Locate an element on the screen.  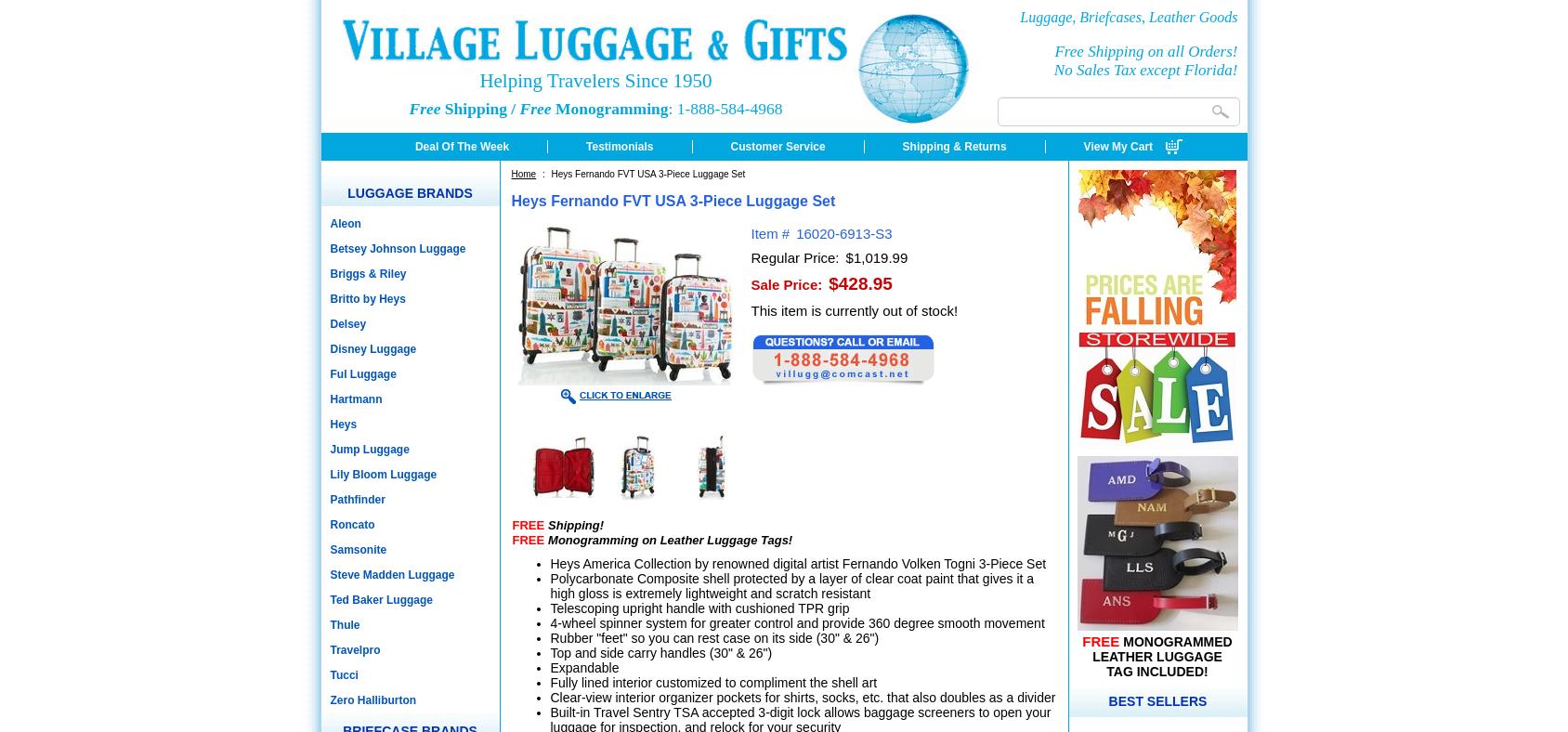
'Britto by Heys' is located at coordinates (367, 298).